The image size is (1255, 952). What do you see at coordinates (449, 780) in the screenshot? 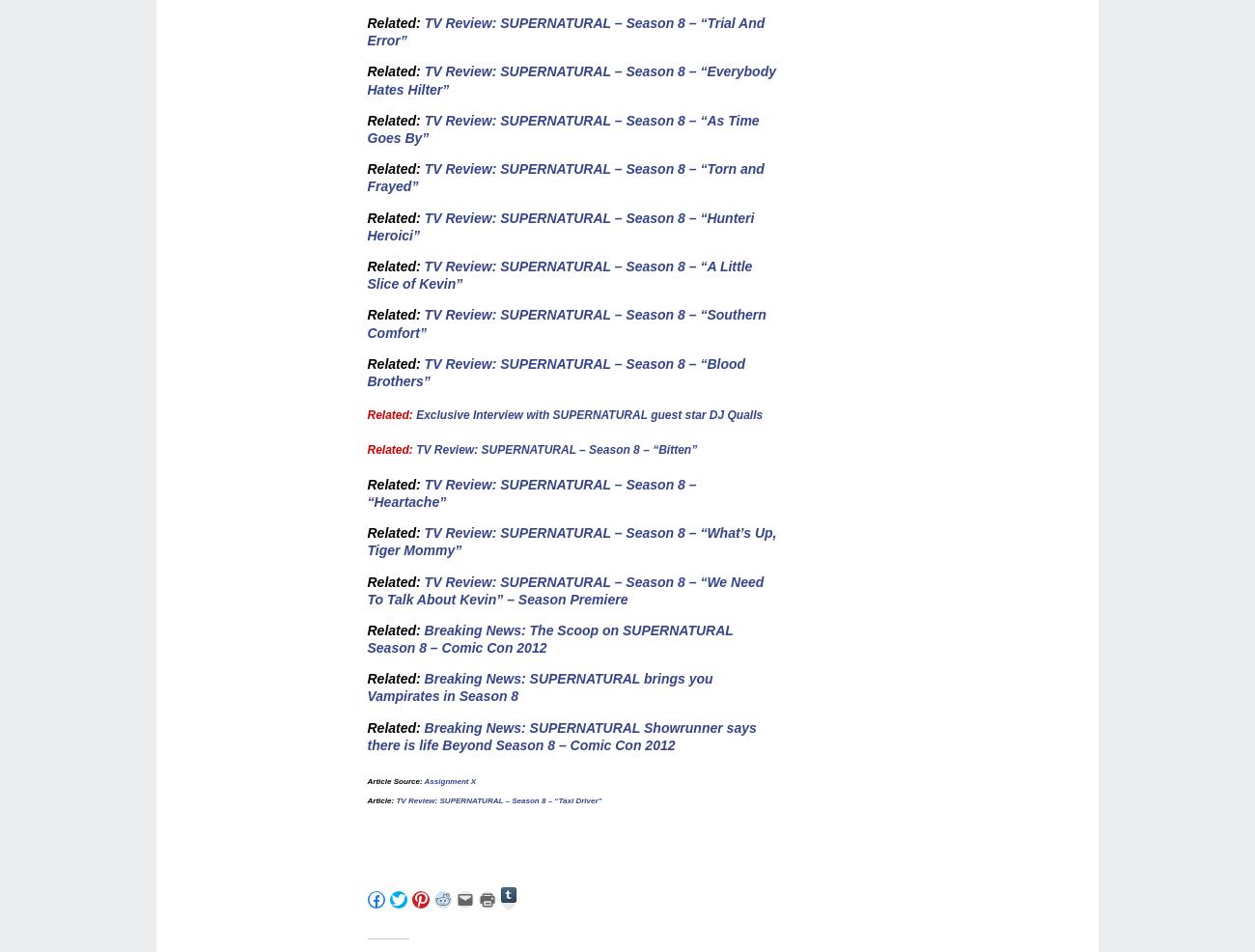
I see `'Assignment X'` at bounding box center [449, 780].